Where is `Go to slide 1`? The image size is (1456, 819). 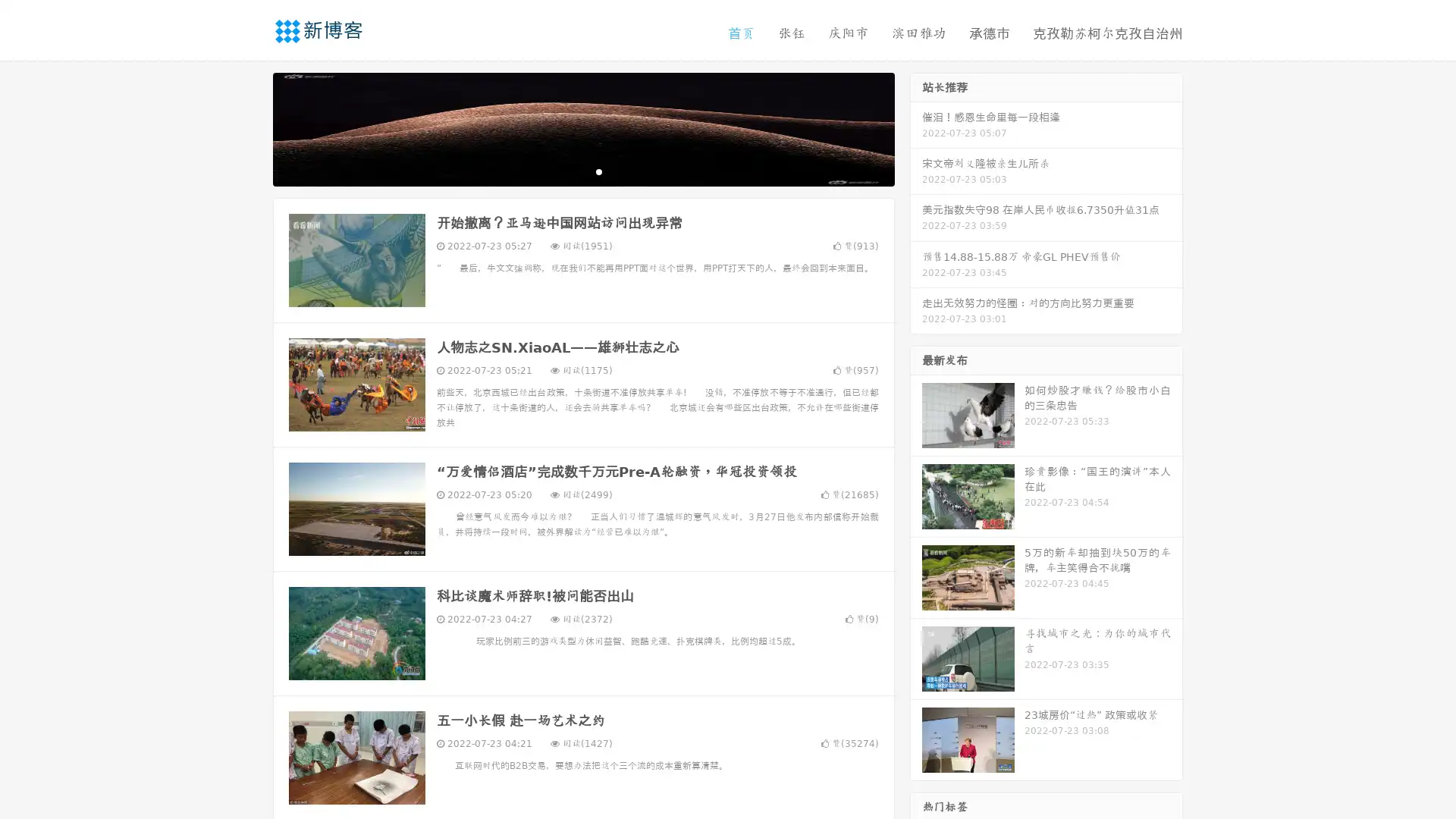 Go to slide 1 is located at coordinates (567, 171).